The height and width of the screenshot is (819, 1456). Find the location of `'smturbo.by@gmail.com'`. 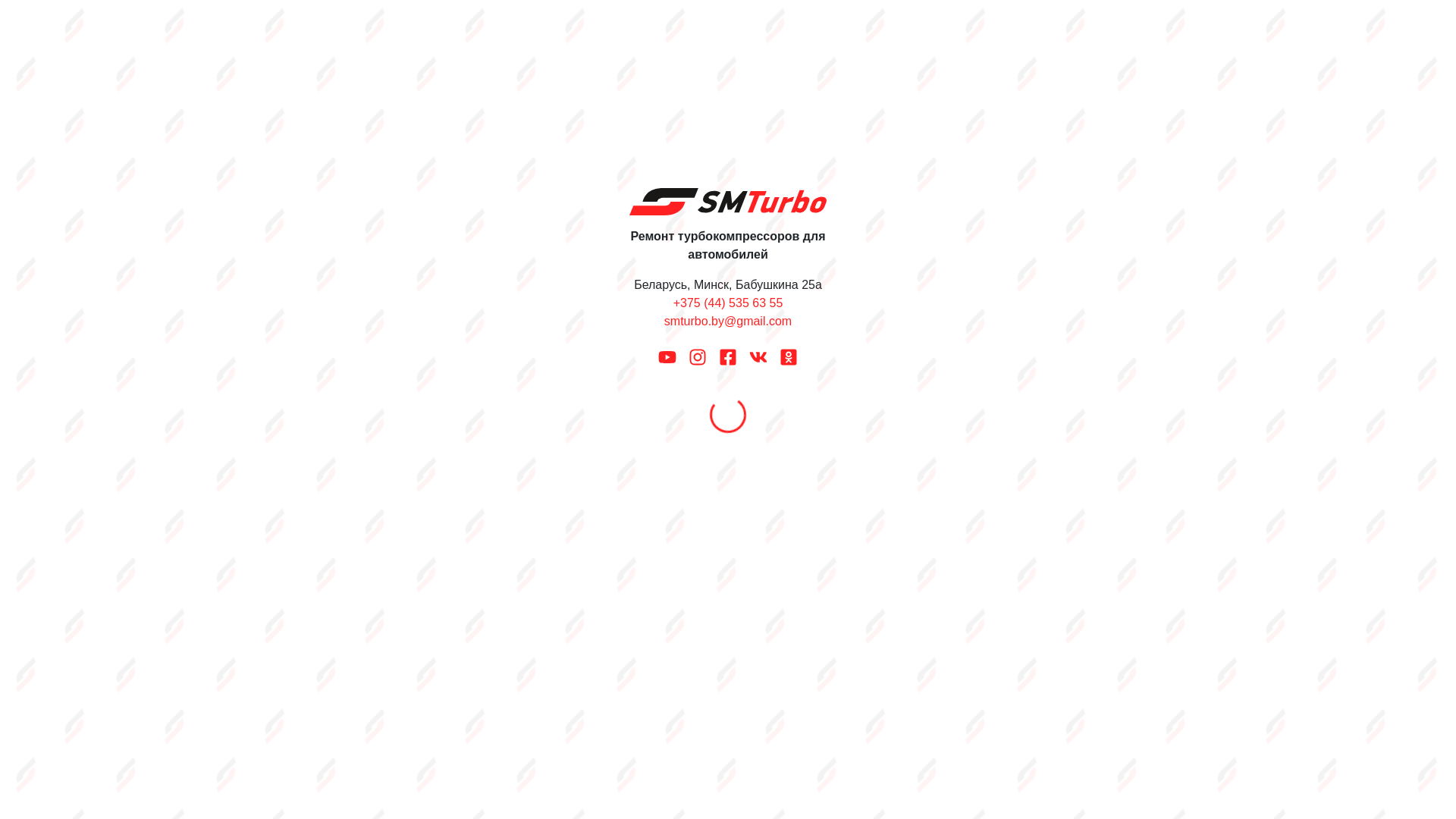

'smturbo.by@gmail.com' is located at coordinates (728, 320).